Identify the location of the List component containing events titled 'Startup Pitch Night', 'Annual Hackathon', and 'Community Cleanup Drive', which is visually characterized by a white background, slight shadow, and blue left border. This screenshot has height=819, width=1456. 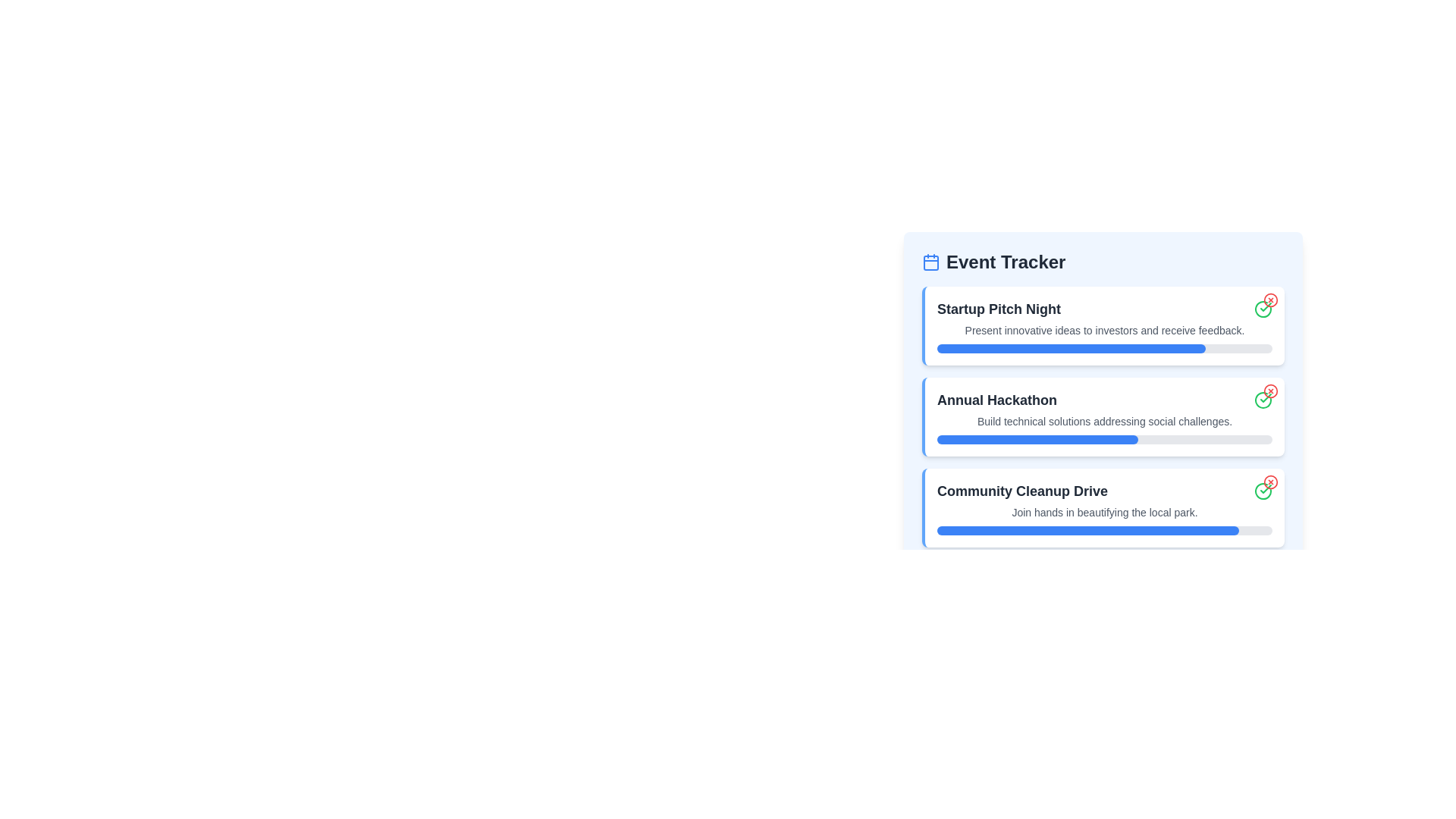
(1103, 417).